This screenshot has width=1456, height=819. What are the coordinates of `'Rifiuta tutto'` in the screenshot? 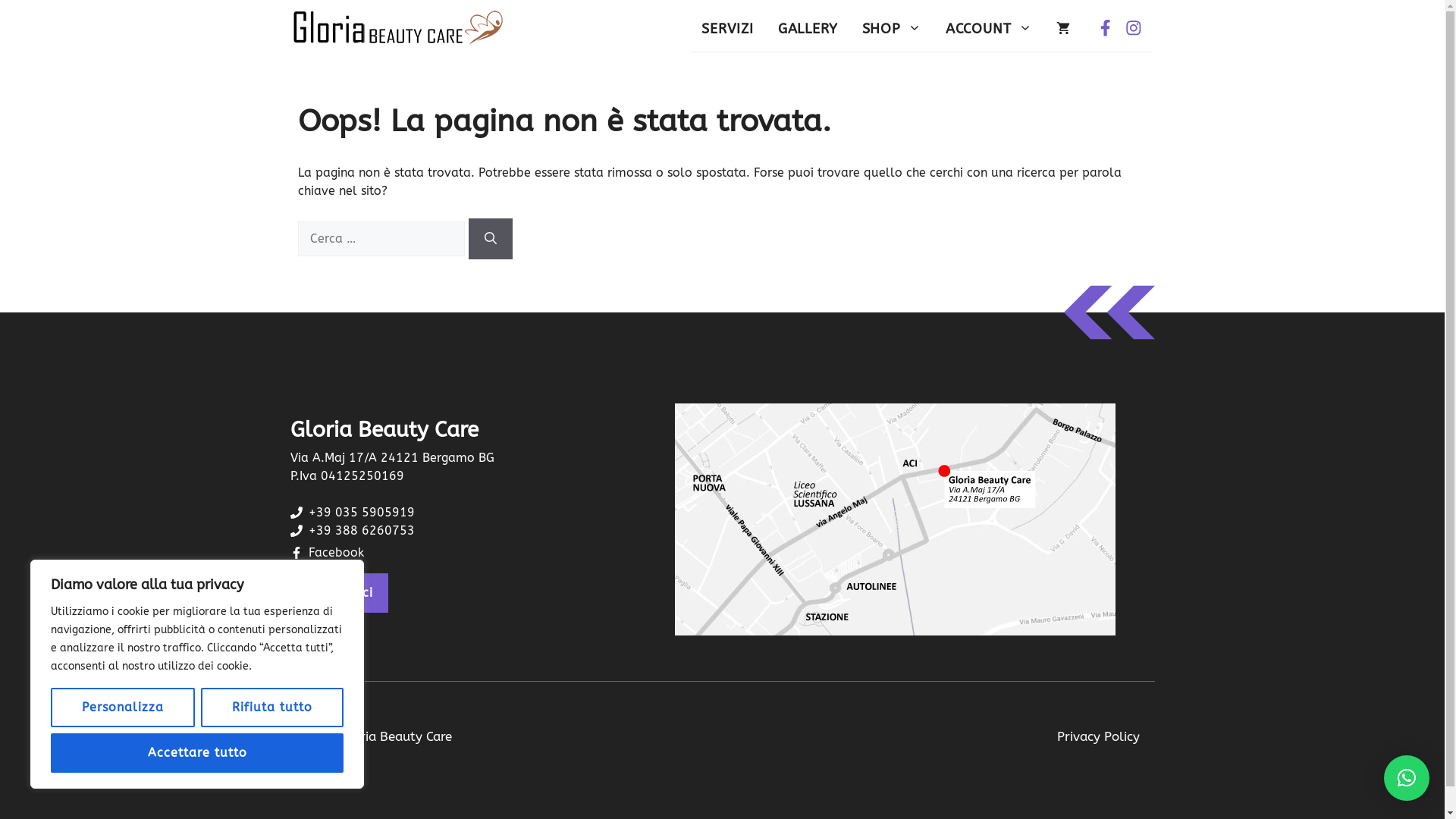 It's located at (199, 708).